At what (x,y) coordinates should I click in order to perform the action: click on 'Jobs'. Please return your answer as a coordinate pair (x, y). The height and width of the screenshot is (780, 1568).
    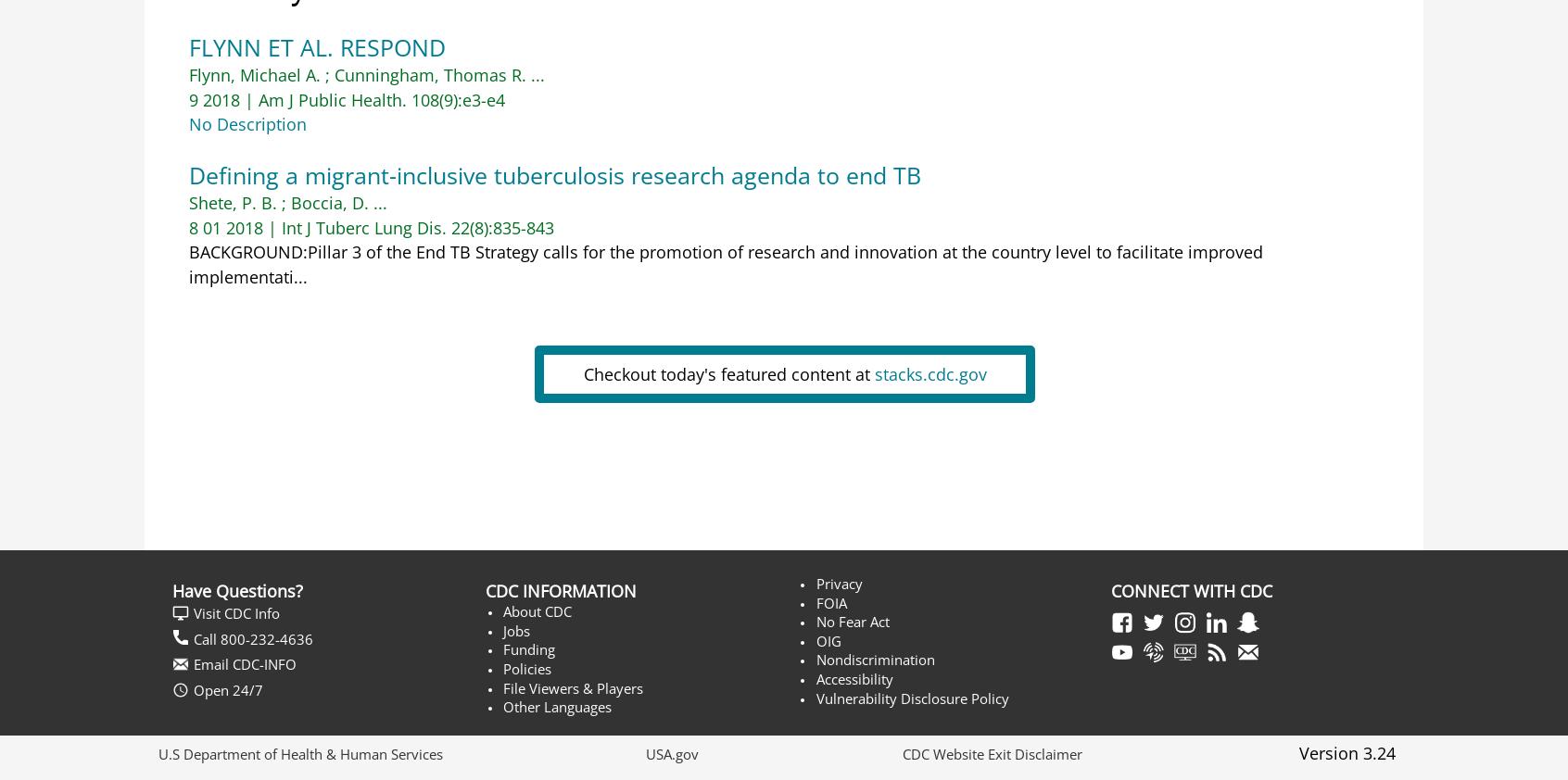
    Looking at the image, I should click on (516, 629).